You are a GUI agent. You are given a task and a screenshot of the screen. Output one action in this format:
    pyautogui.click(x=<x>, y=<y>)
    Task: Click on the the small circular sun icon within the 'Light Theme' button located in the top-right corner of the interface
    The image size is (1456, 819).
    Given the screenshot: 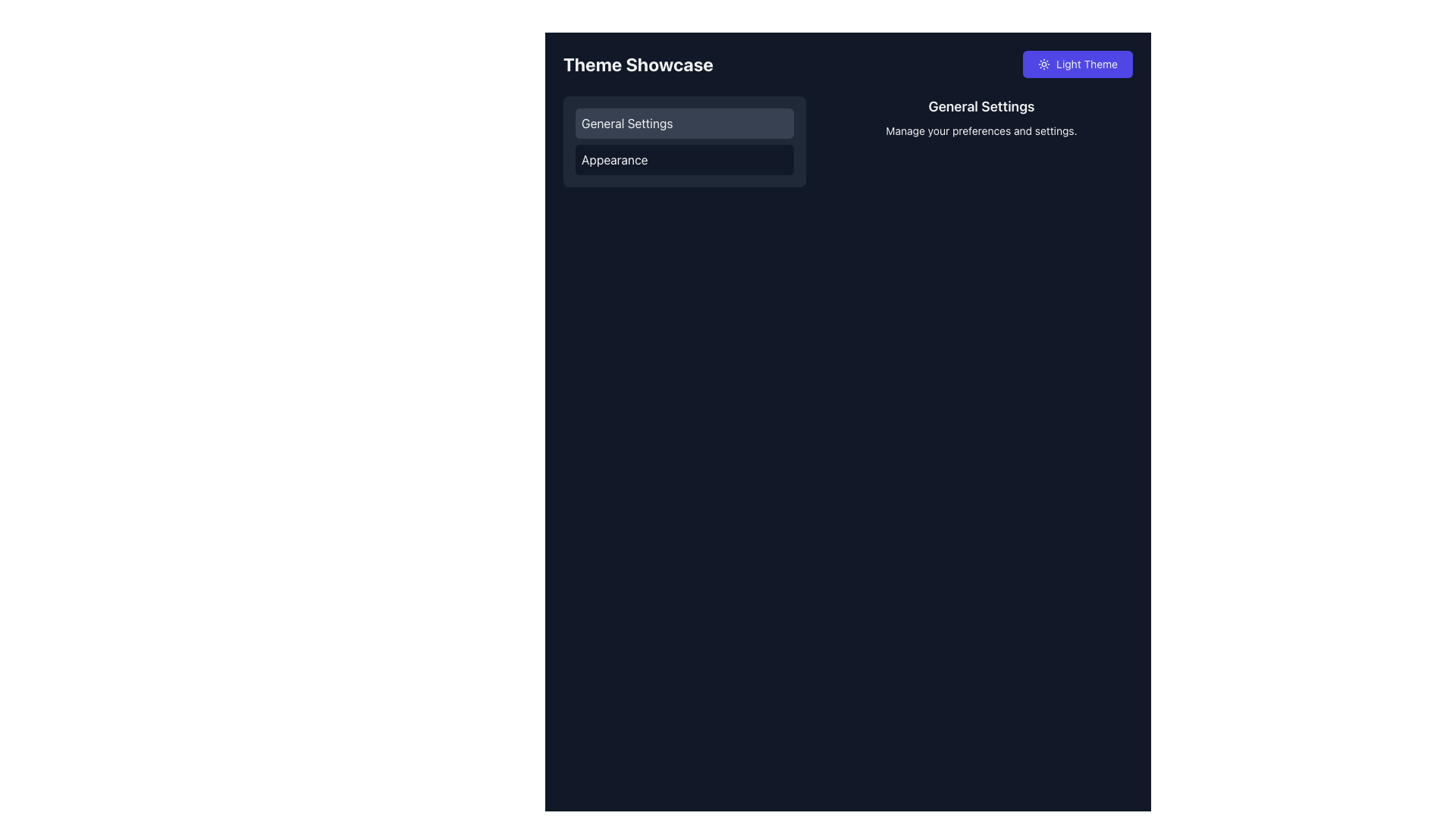 What is the action you would take?
    pyautogui.click(x=1043, y=63)
    